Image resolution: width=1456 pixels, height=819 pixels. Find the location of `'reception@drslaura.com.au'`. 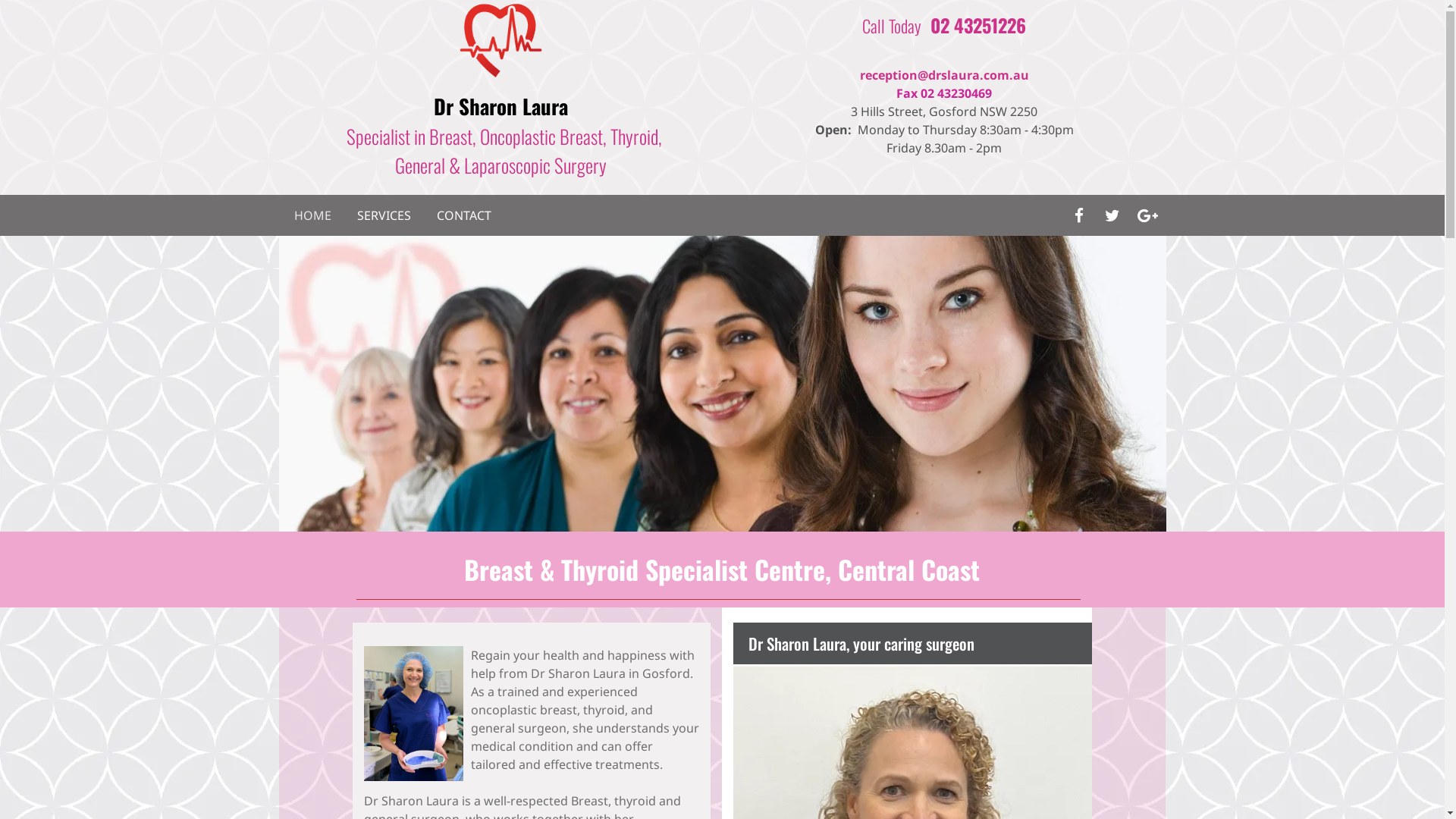

'reception@drslaura.com.au' is located at coordinates (943, 75).